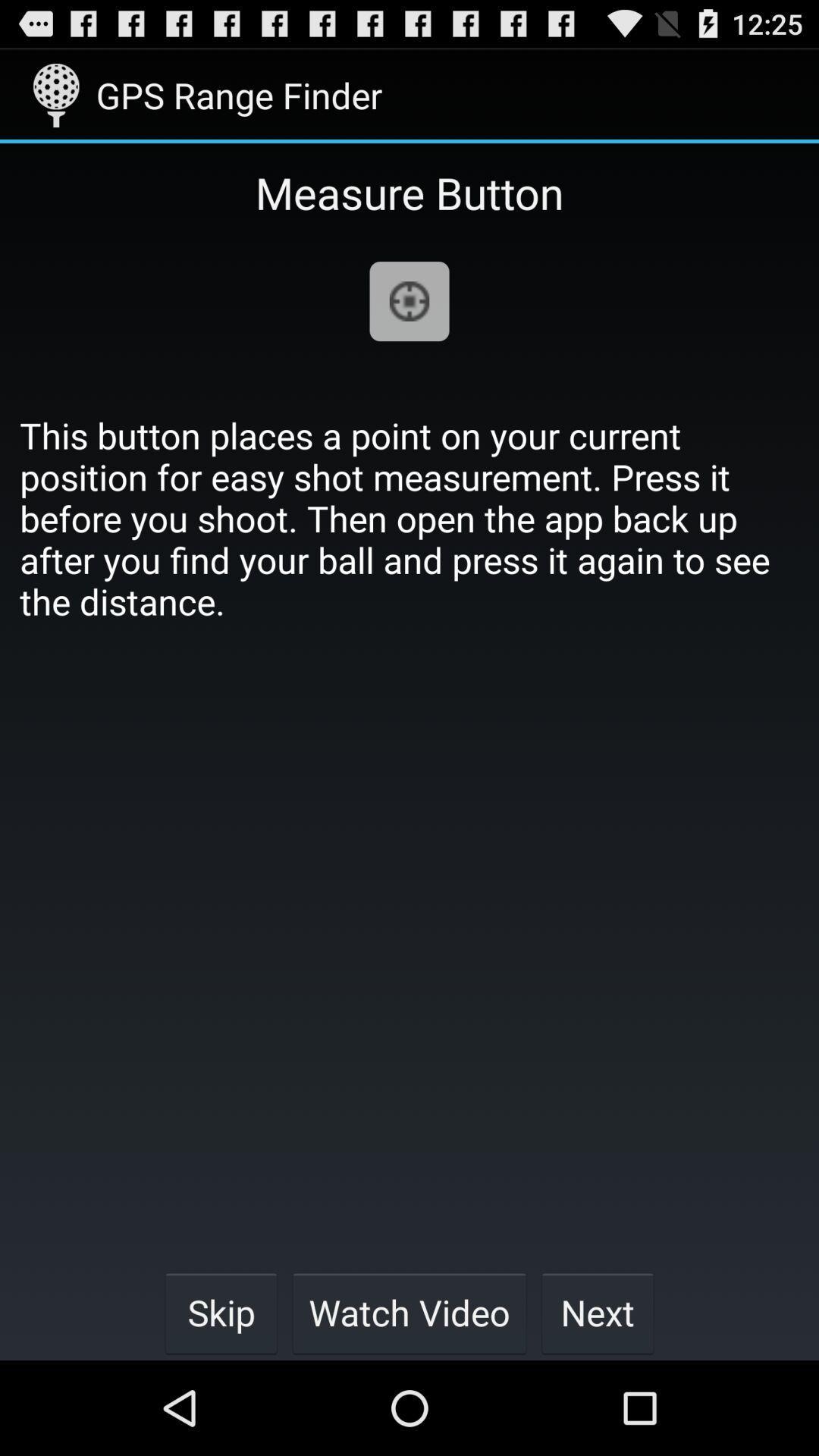 The height and width of the screenshot is (1456, 819). I want to click on button to the right of watch video, so click(597, 1312).